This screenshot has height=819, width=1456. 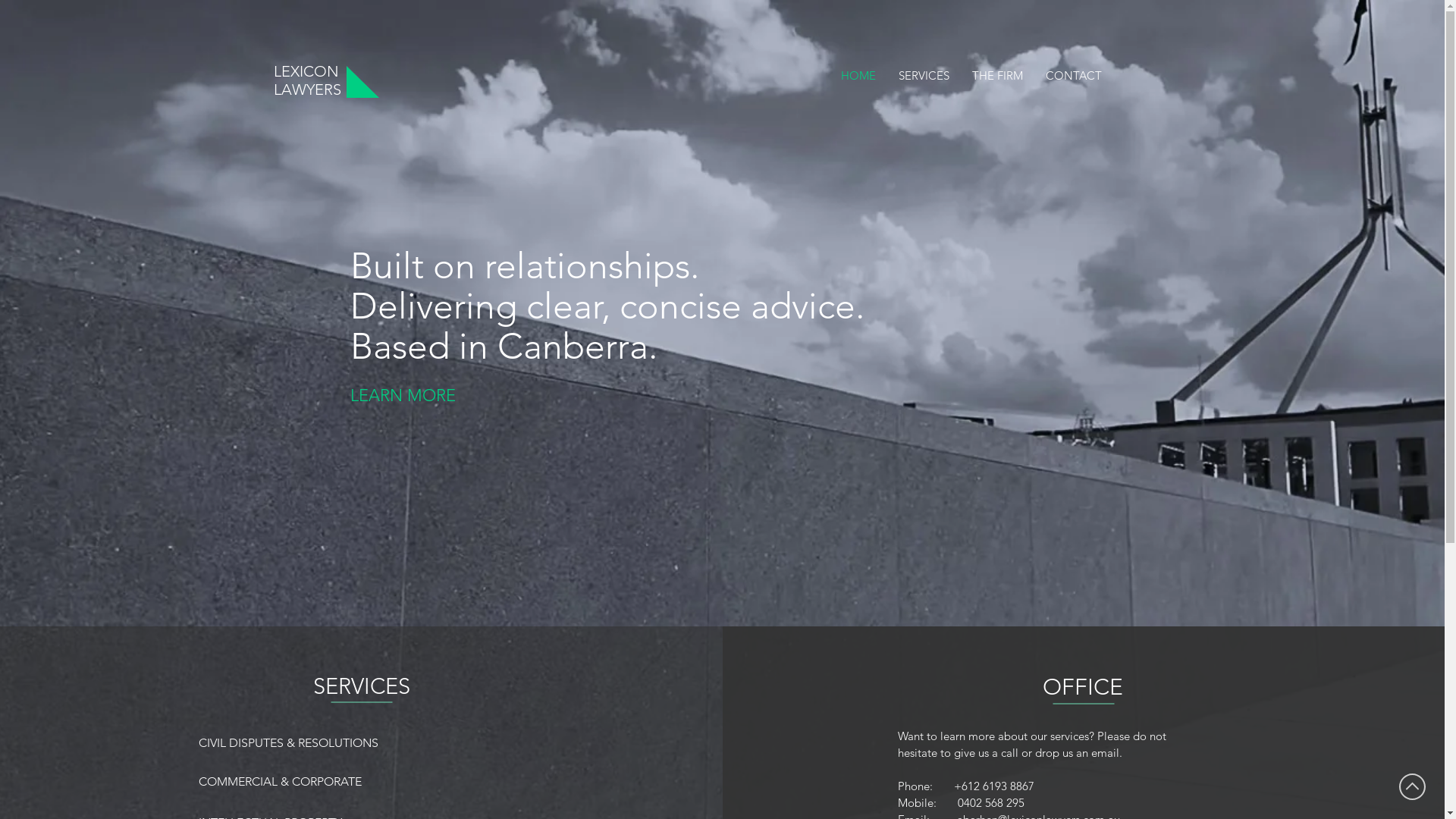 I want to click on 'COMMERCIAL & CORPORATE', so click(x=280, y=781).